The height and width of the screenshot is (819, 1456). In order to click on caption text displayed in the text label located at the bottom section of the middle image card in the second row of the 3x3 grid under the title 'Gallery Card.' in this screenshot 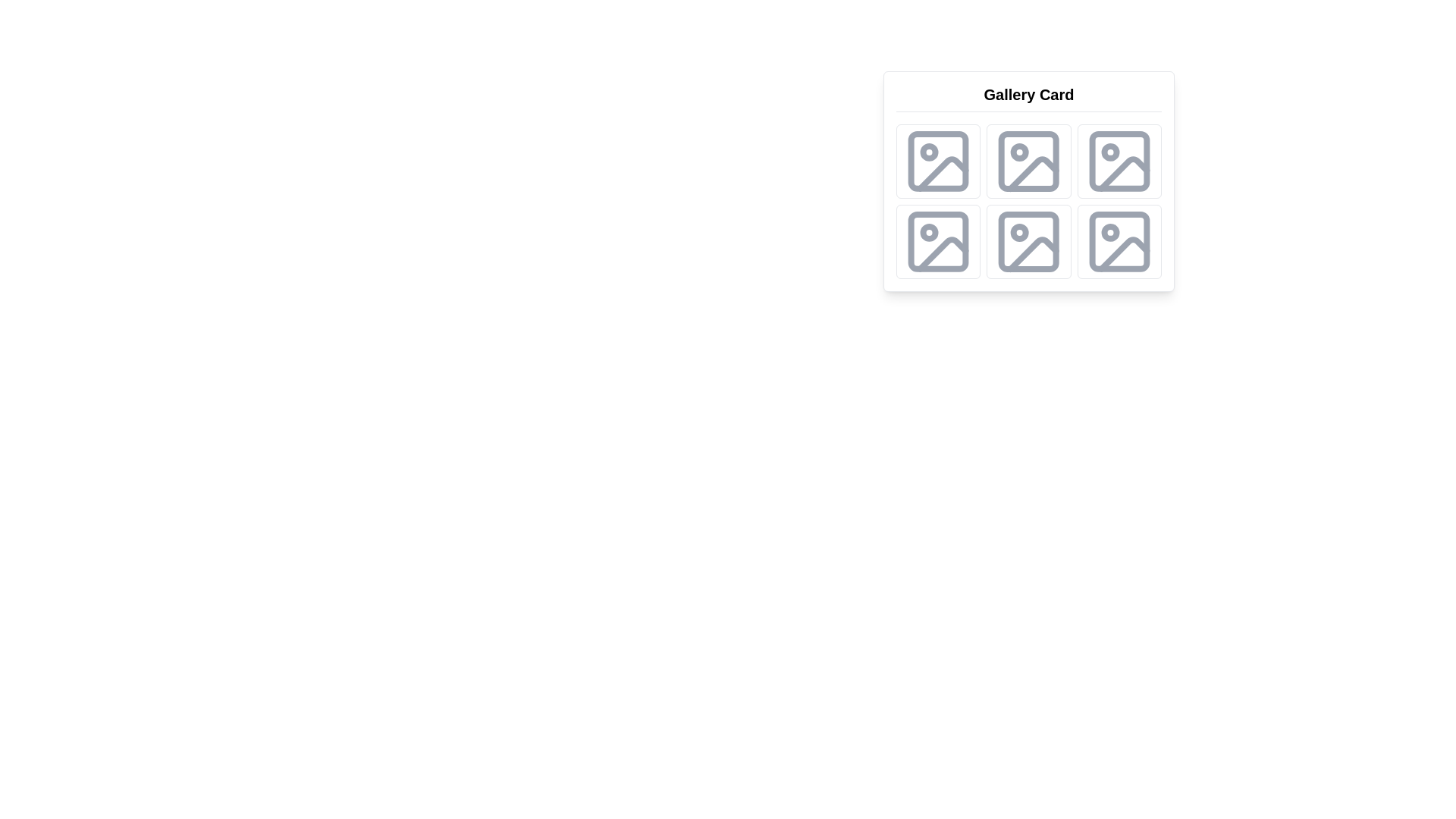, I will do `click(1029, 268)`.